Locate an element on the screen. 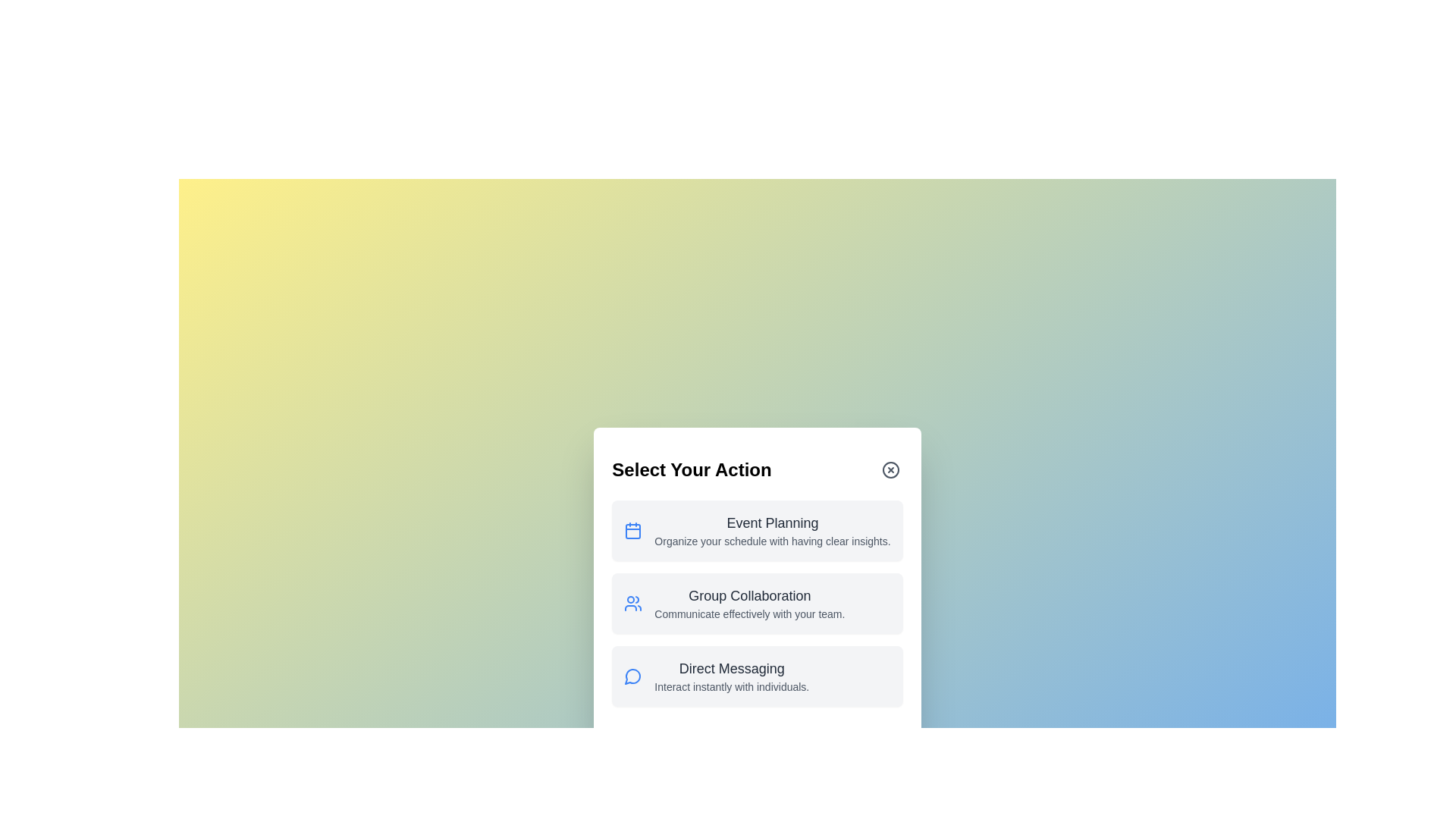  the card corresponding to Event Planning is located at coordinates (757, 529).